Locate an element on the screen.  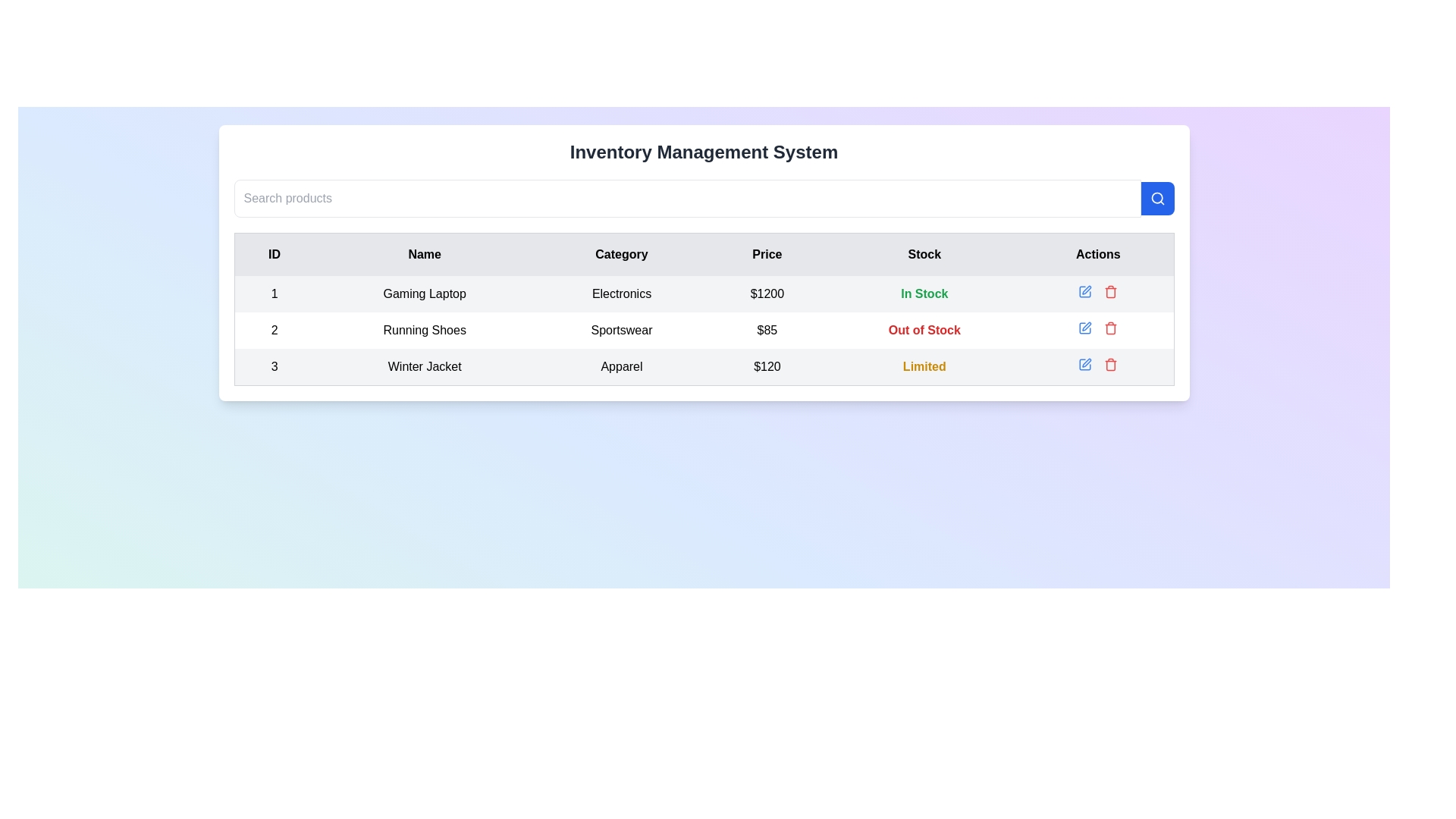
the first row in the product table displaying details such as ID, Name, Category, Price, and Stock status as part of a bulk action is located at coordinates (703, 294).